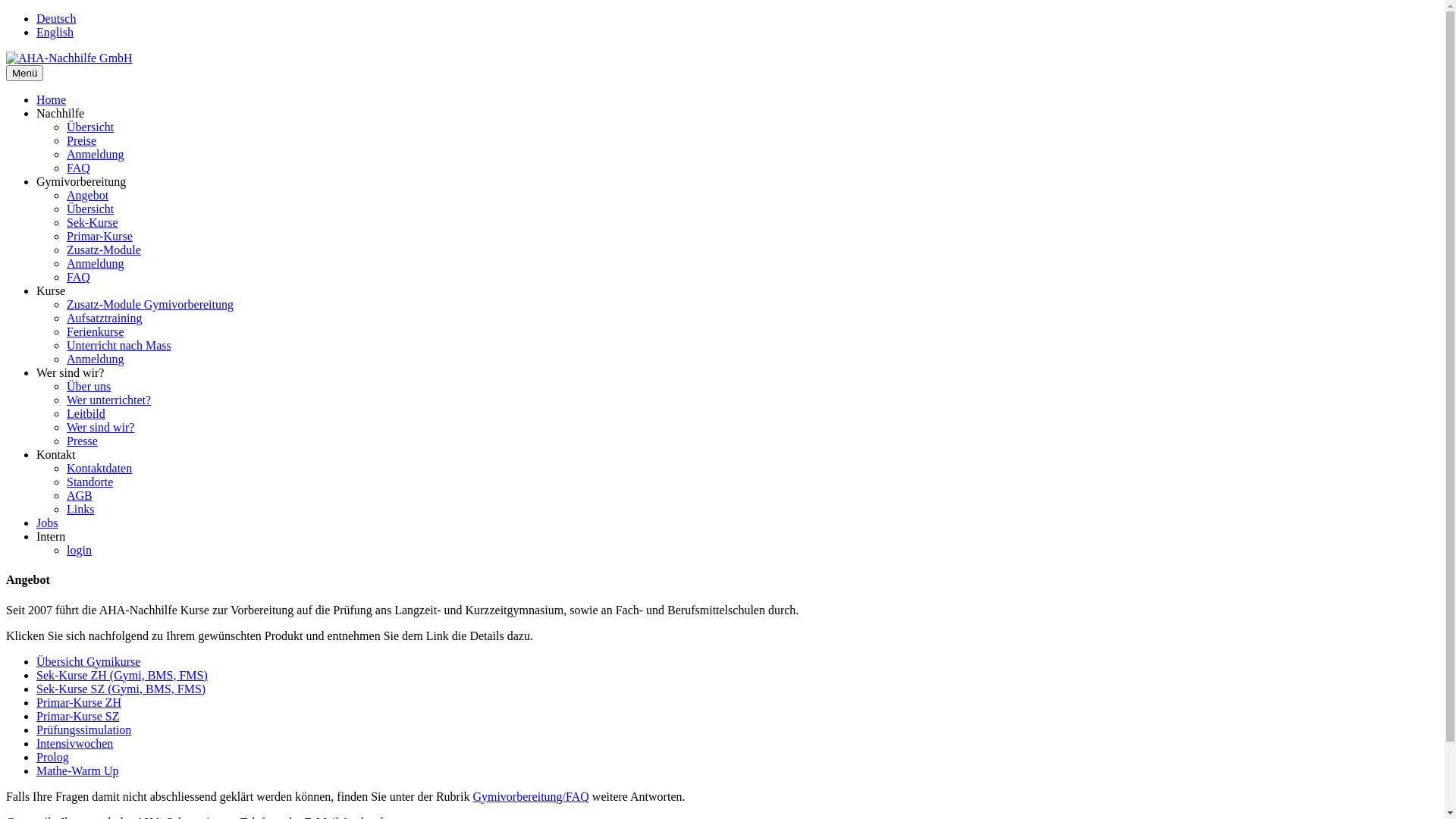 The height and width of the screenshot is (819, 1456). What do you see at coordinates (91, 222) in the screenshot?
I see `'Sek-Kurse'` at bounding box center [91, 222].